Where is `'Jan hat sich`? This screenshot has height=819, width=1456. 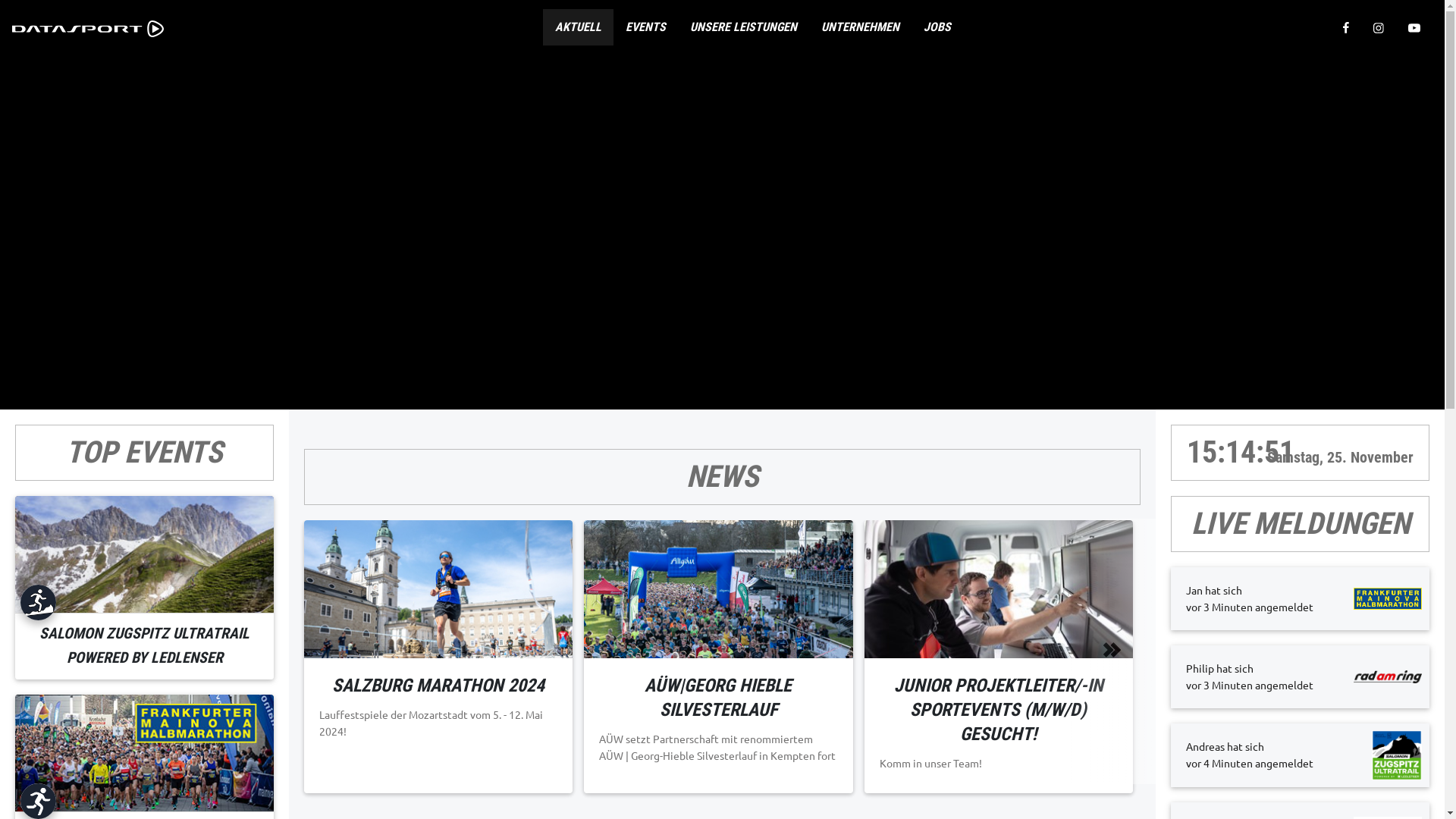 'Jan hat sich is located at coordinates (1299, 598).